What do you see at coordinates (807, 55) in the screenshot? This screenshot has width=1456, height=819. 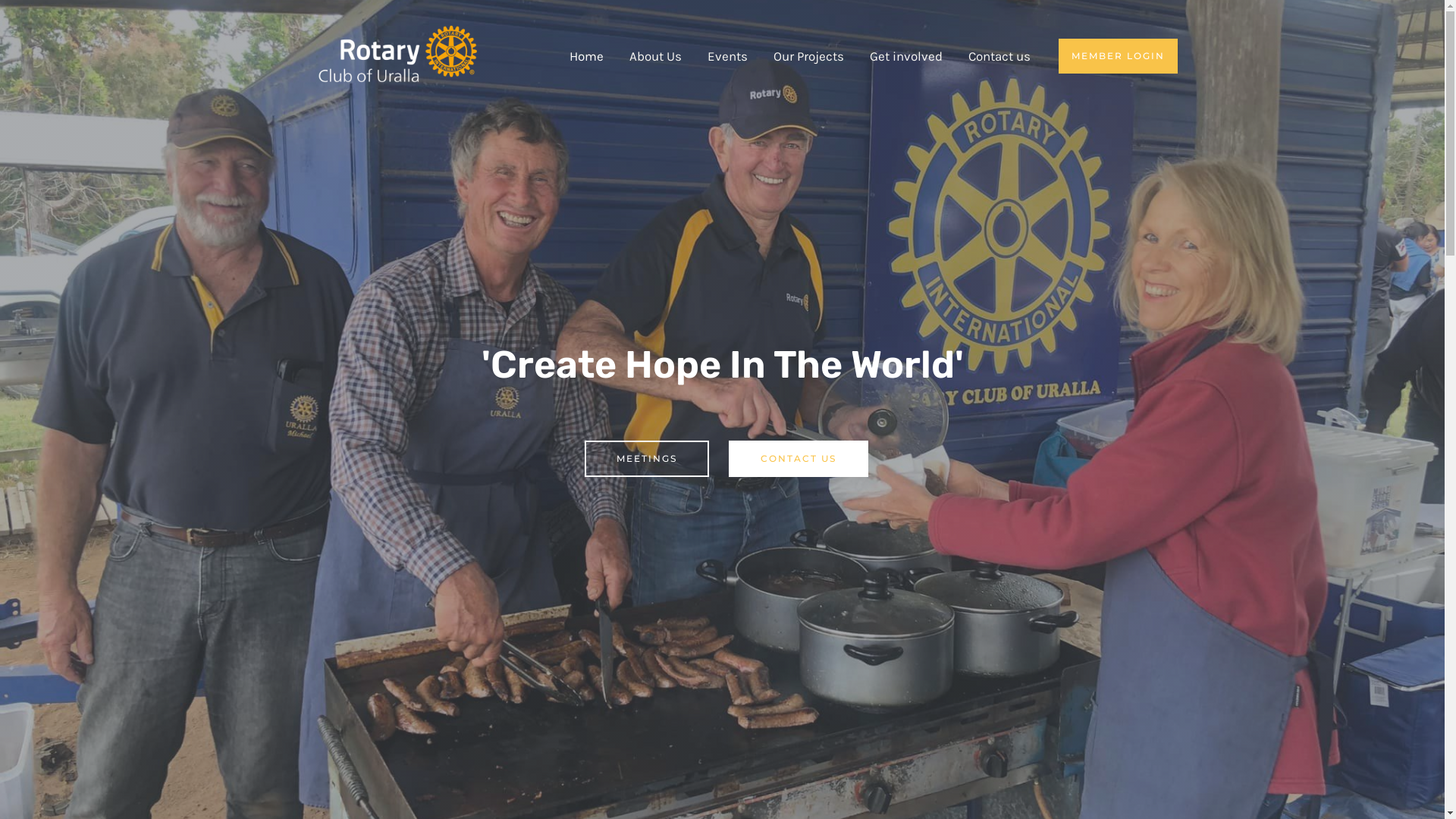 I see `'Our Projects'` at bounding box center [807, 55].